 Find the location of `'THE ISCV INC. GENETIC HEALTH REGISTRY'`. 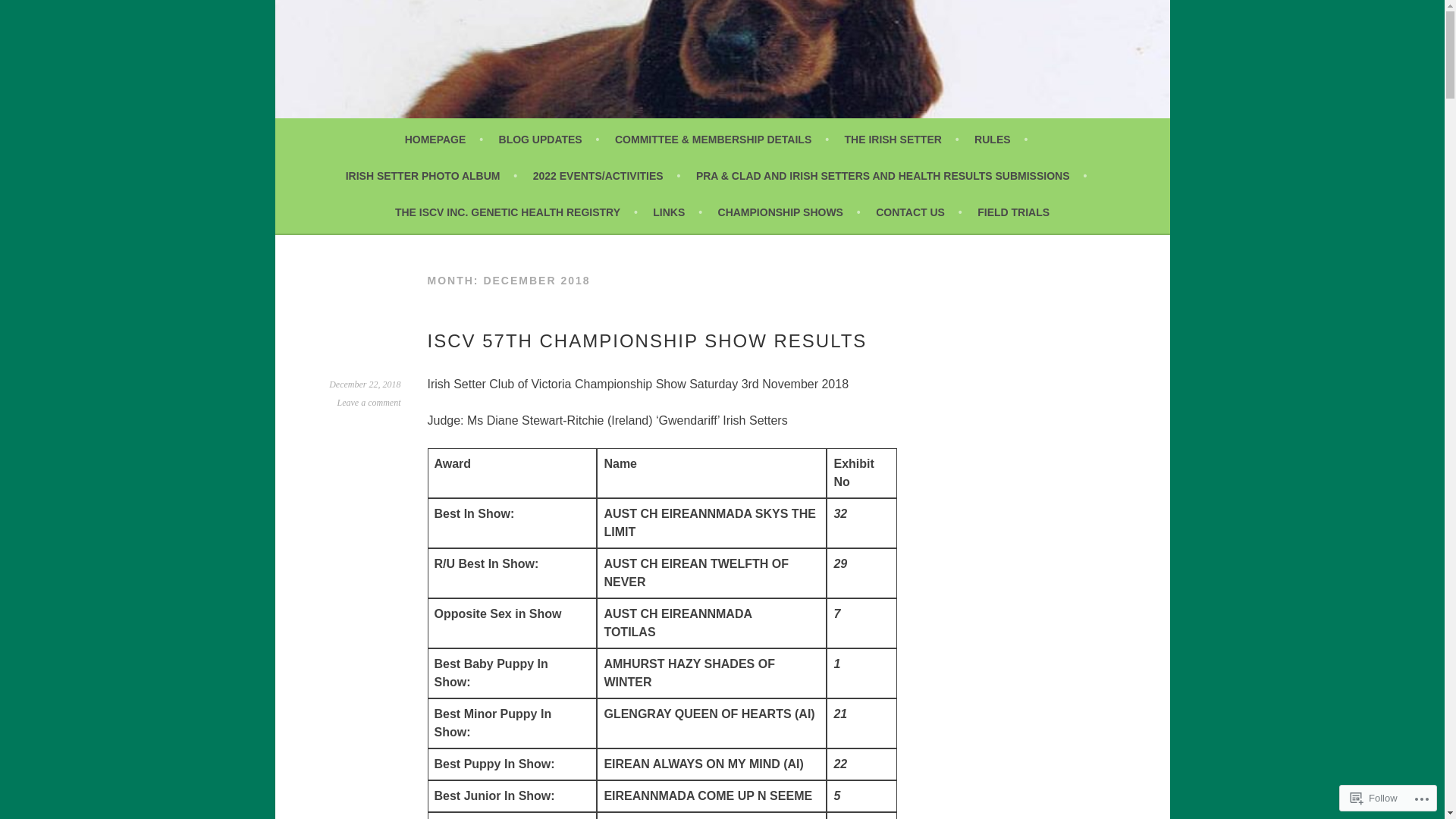

'THE ISCV INC. GENETIC HEALTH REGISTRY' is located at coordinates (516, 212).